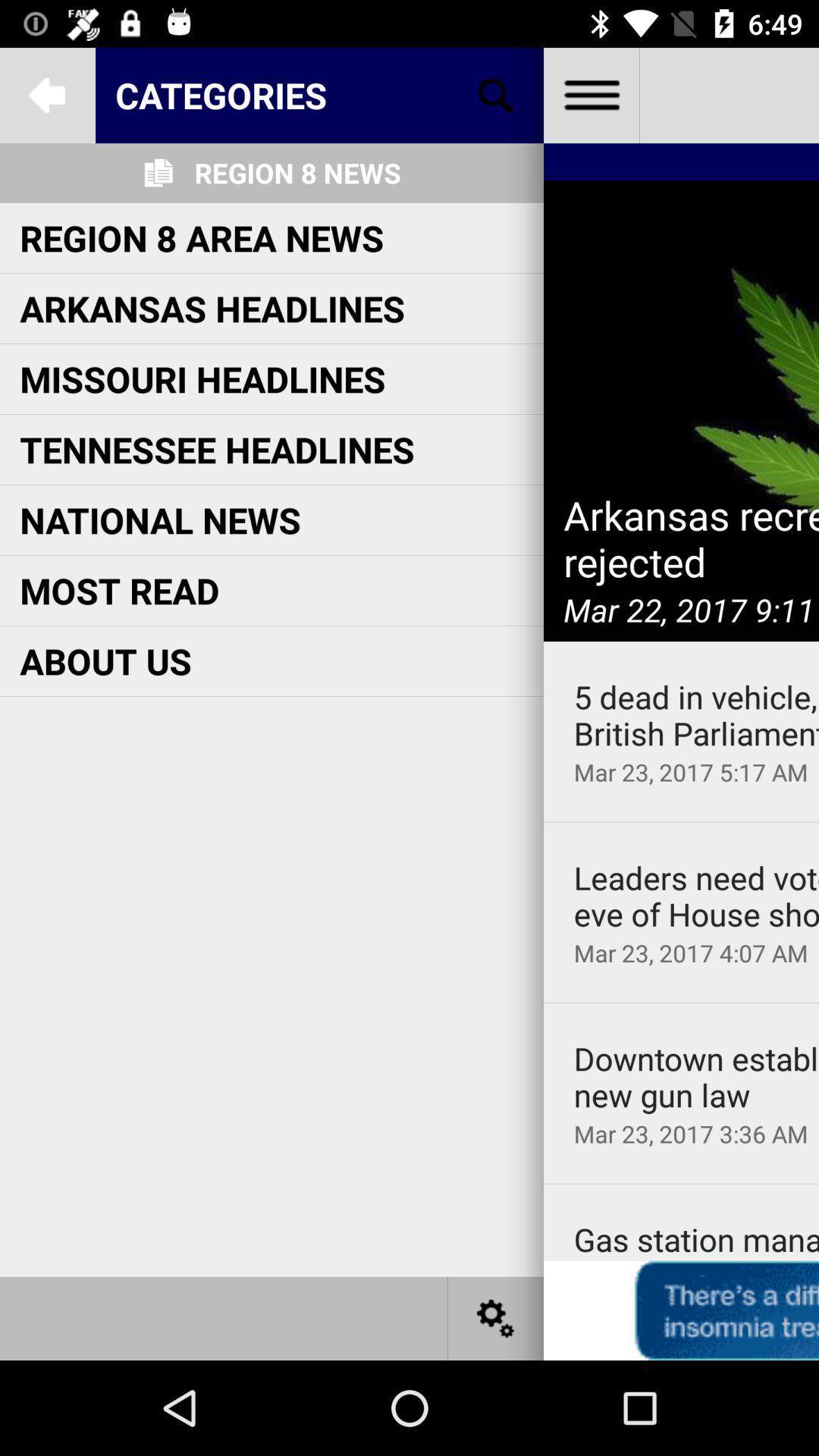  What do you see at coordinates (496, 1317) in the screenshot?
I see `the settings icon` at bounding box center [496, 1317].